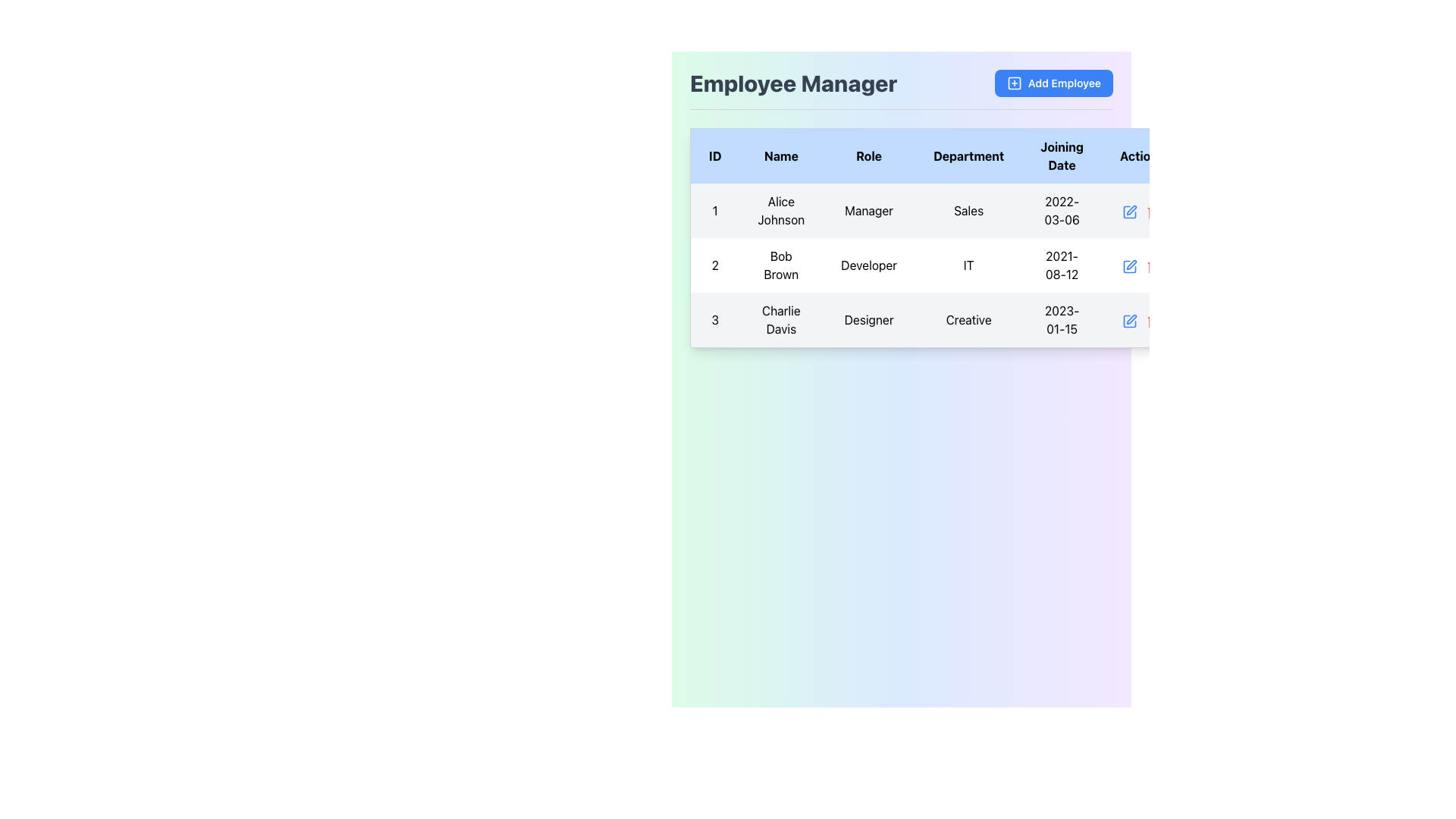  I want to click on the editing icon located in the 'Action' column of the second row in the 'Employee Manager' table, so click(1131, 263).